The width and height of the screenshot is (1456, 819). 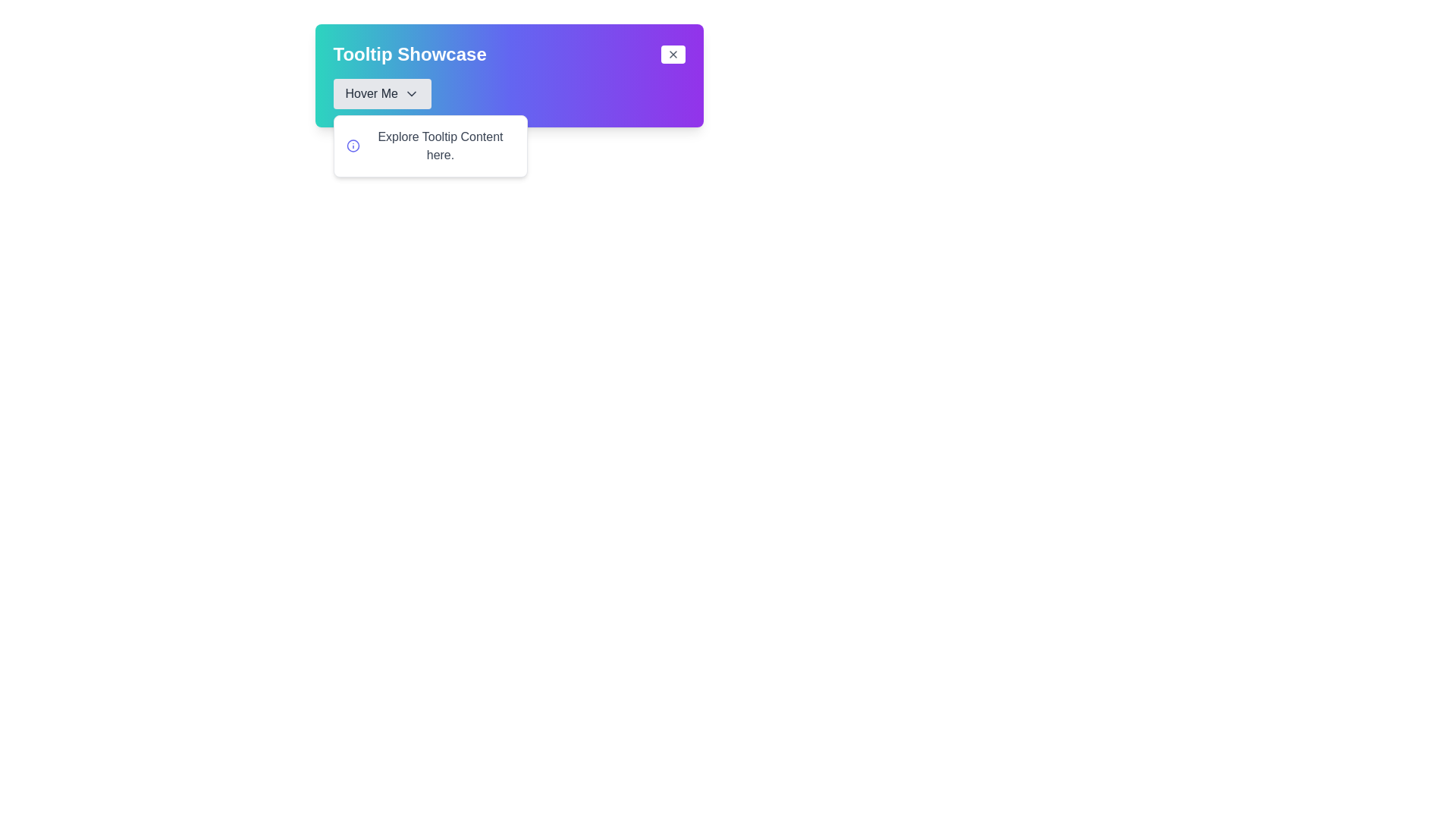 What do you see at coordinates (672, 54) in the screenshot?
I see `the close button located at the rightmost edge of the header section labeled 'Tooltip Showcase' to observe the hover effects` at bounding box center [672, 54].